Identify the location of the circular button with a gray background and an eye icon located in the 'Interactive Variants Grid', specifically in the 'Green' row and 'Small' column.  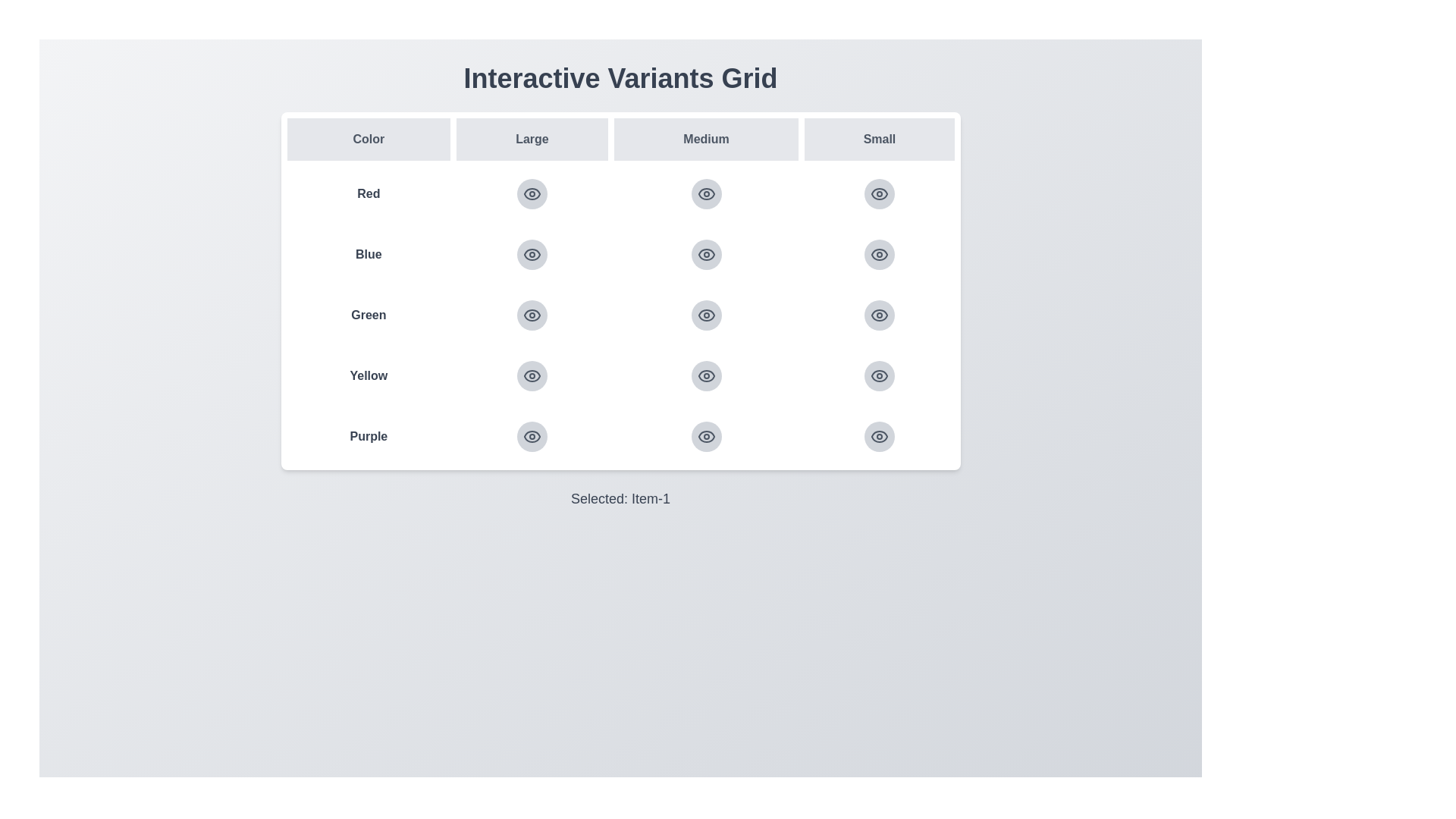
(880, 315).